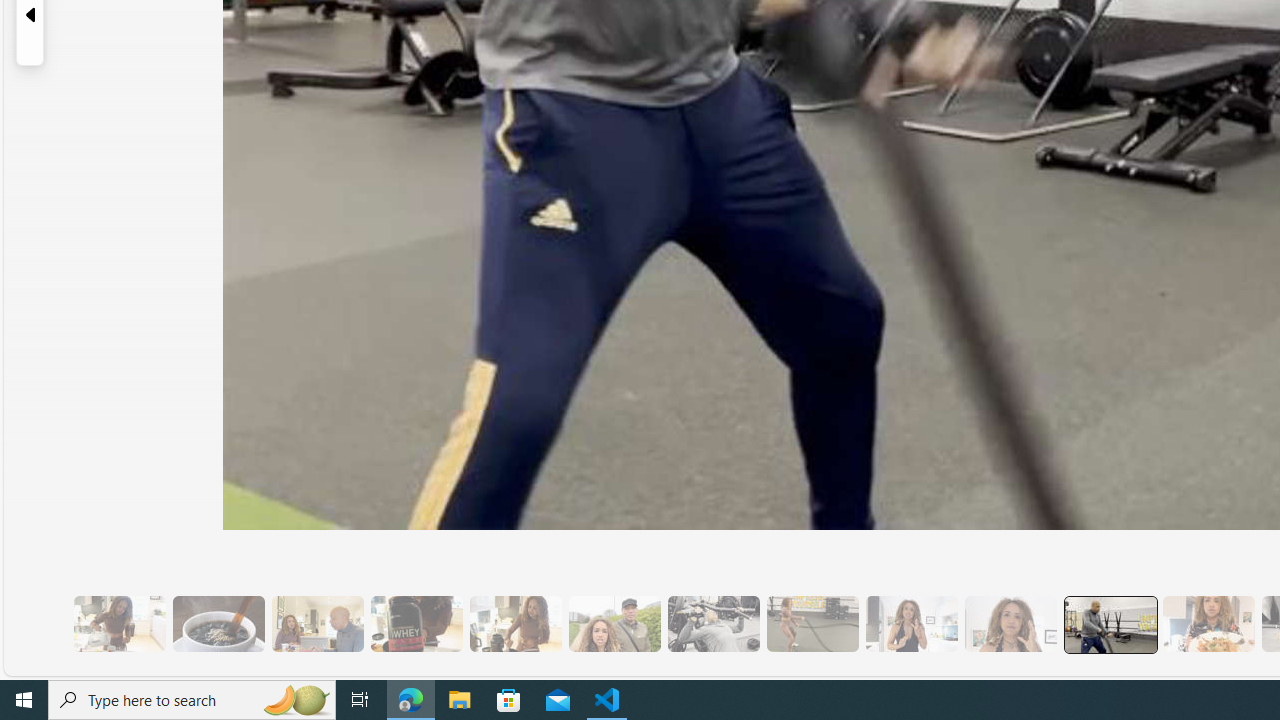 Image resolution: width=1280 pixels, height=720 pixels. I want to click on '9 They Do Bench Exercises', so click(713, 623).